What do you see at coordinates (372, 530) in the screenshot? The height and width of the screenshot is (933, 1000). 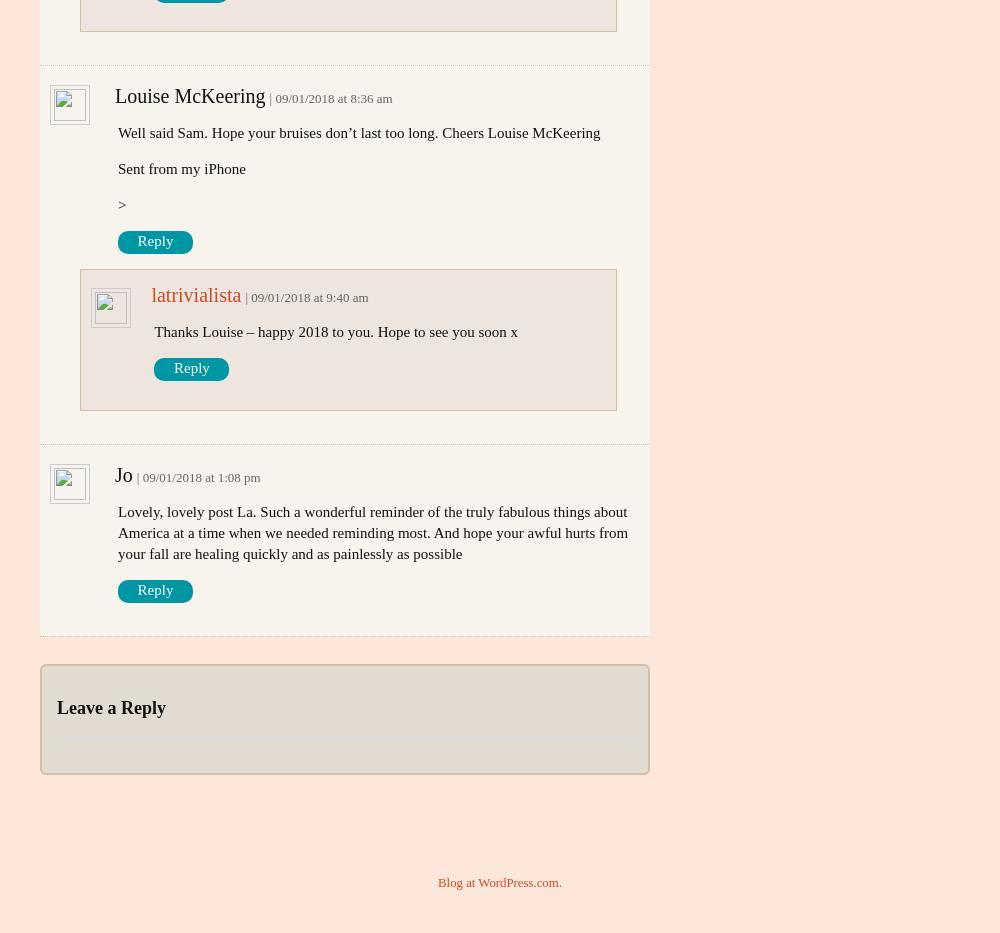 I see `'Lovely, lovely post La. Such a wonderful reminder of the truly fabulous things about America at a time when we needed reminding most. And hope your awful hurts from your fall are healing quickly and as painlessly as possible'` at bounding box center [372, 530].